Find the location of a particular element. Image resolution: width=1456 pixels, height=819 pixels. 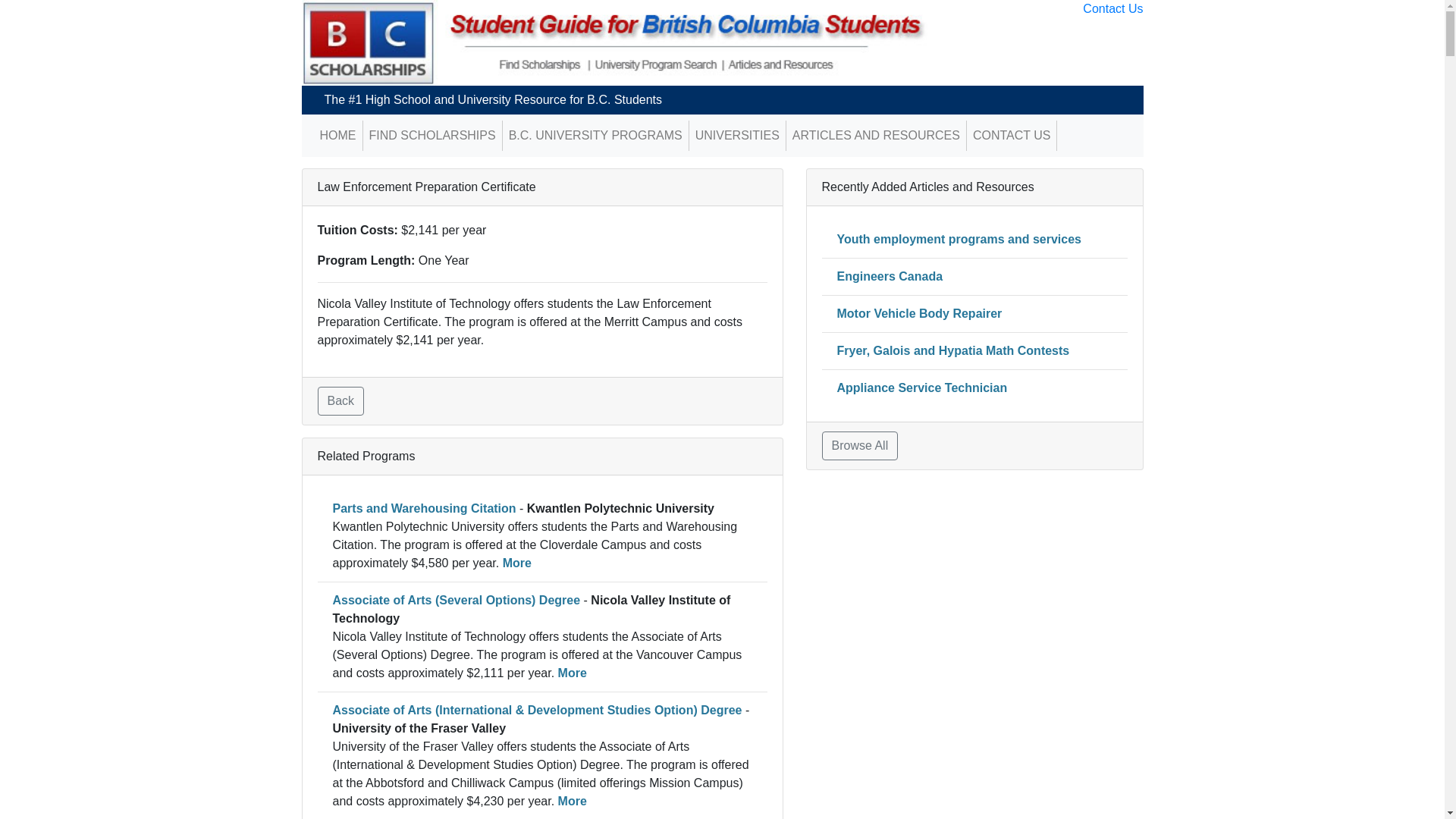

'Fryer, Galois and Hypatia Math Contests' is located at coordinates (952, 350).